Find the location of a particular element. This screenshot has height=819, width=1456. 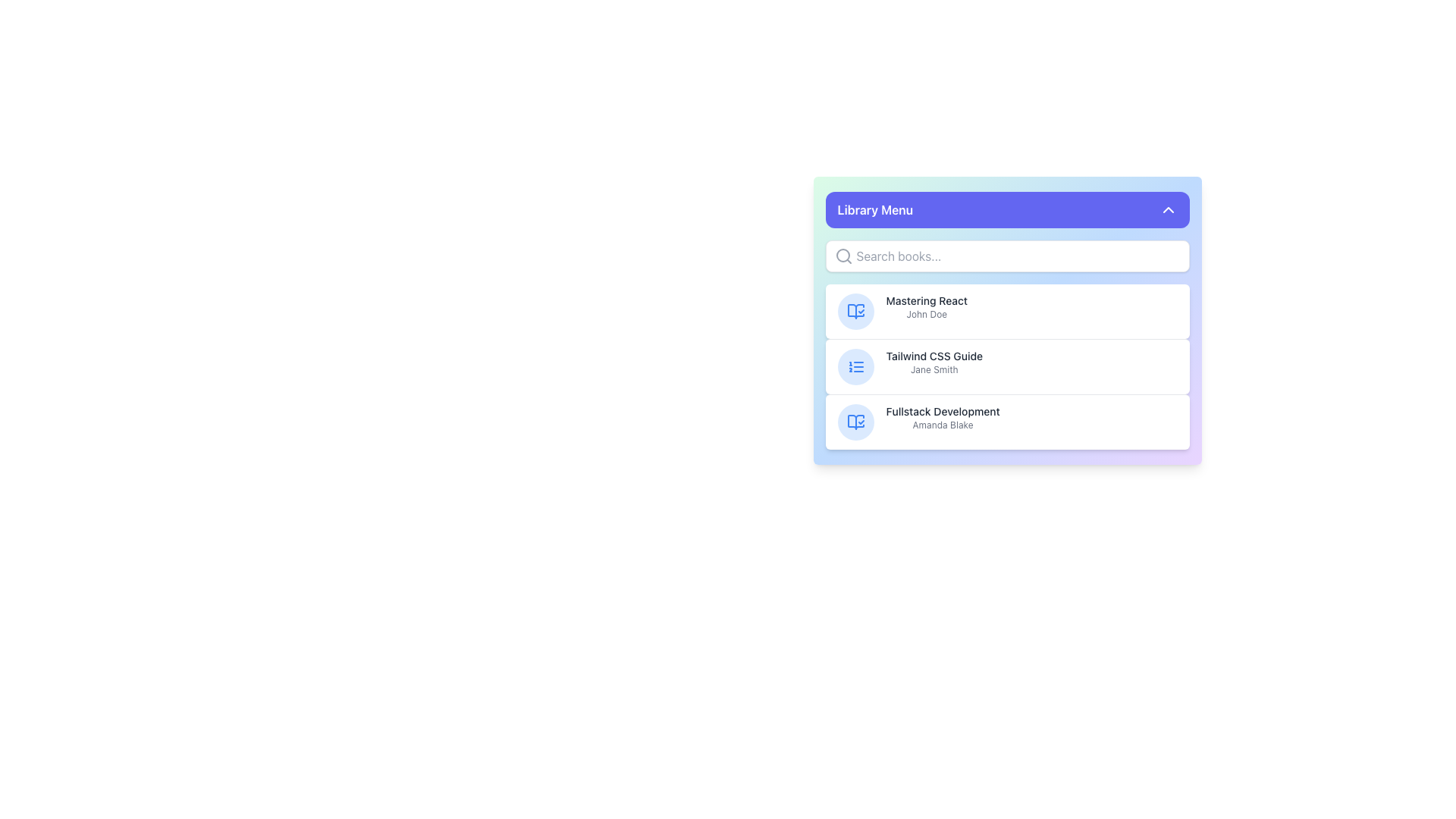

the list item titled 'Fullstack Development' authored by 'Amanda Blake' is located at coordinates (1007, 422).